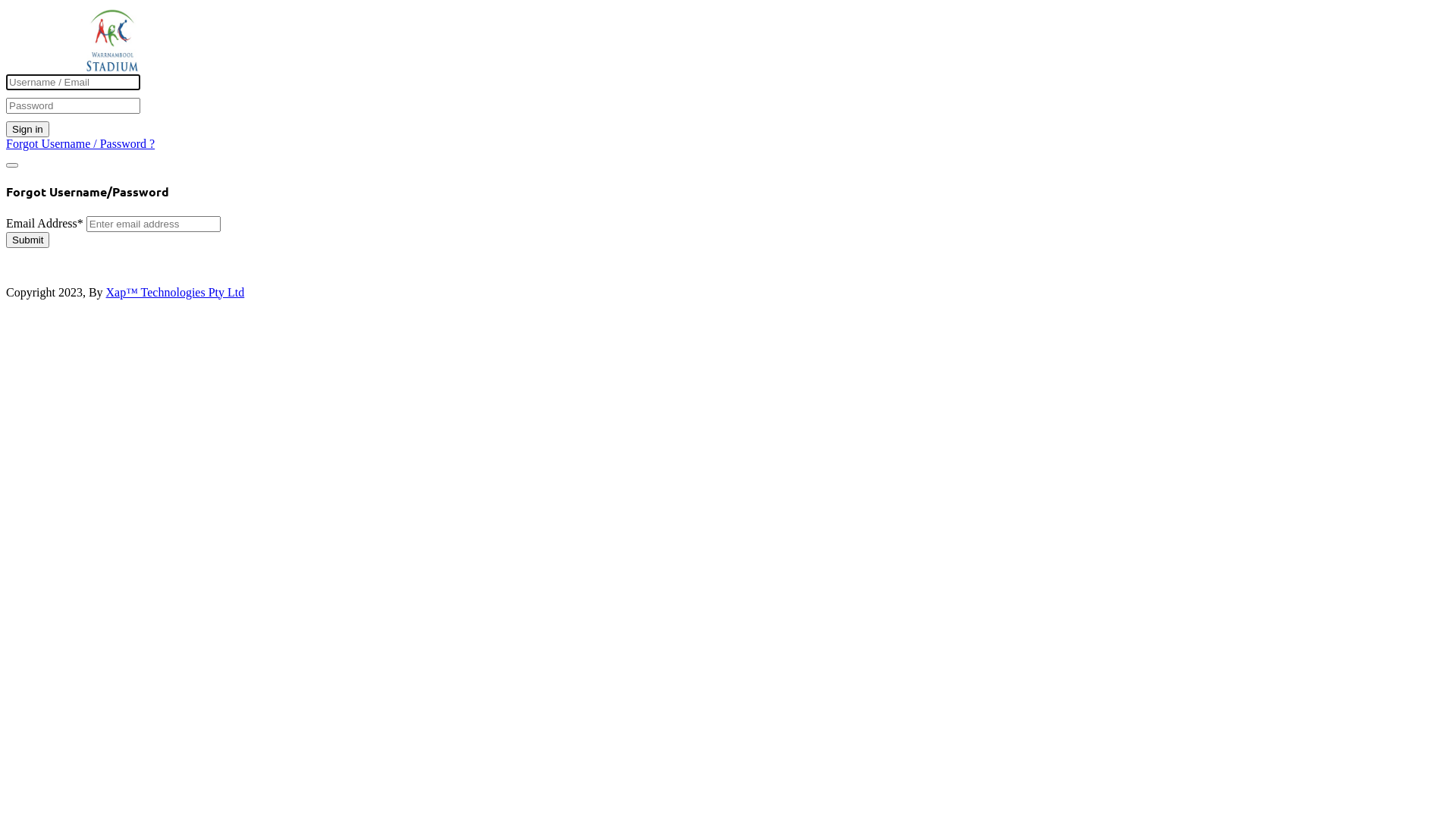 The height and width of the screenshot is (819, 1456). What do you see at coordinates (6, 239) in the screenshot?
I see `'Submit'` at bounding box center [6, 239].